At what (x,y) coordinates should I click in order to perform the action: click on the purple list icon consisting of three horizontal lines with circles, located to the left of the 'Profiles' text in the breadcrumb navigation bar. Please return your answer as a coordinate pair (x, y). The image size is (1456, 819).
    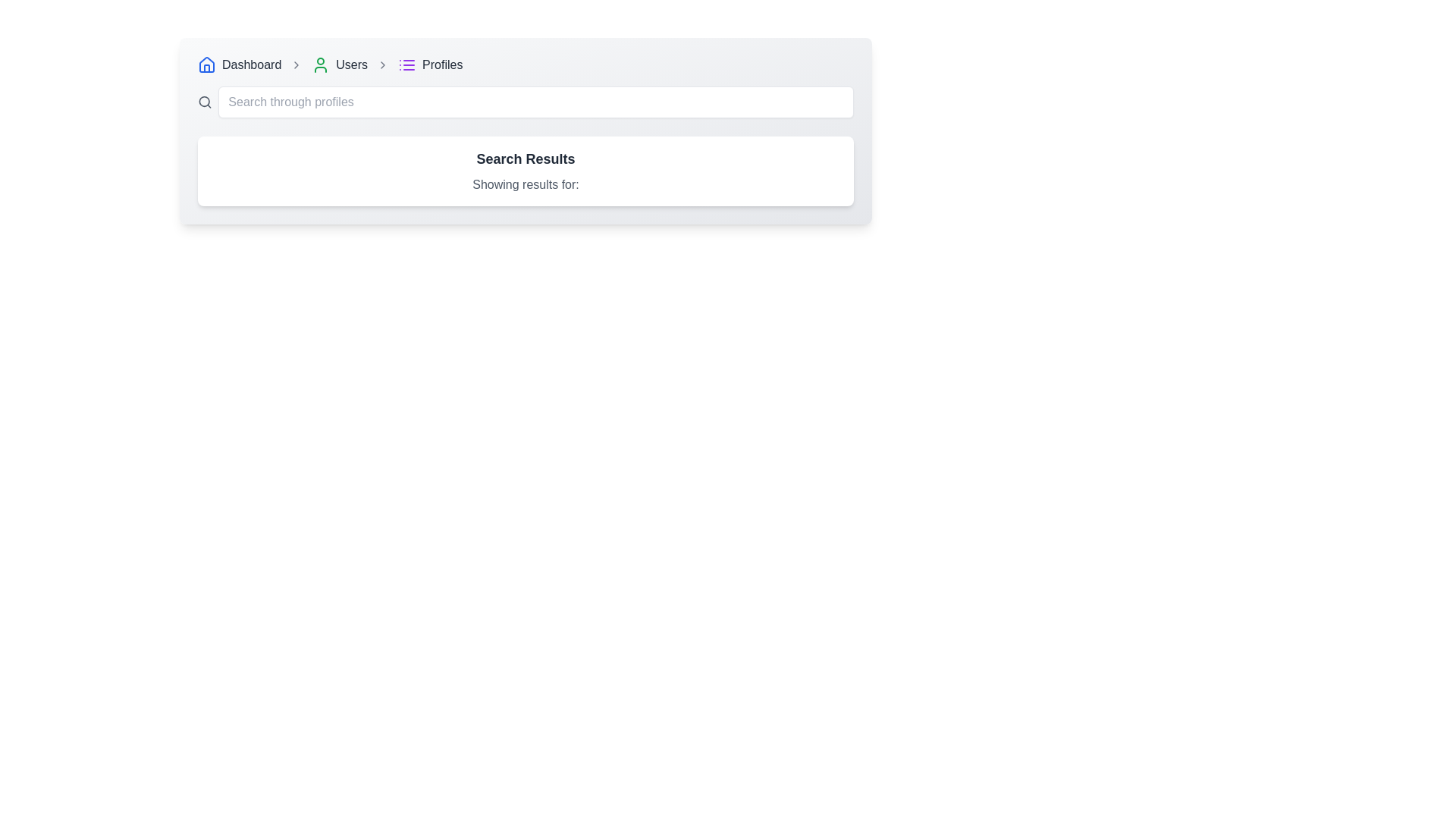
    Looking at the image, I should click on (407, 64).